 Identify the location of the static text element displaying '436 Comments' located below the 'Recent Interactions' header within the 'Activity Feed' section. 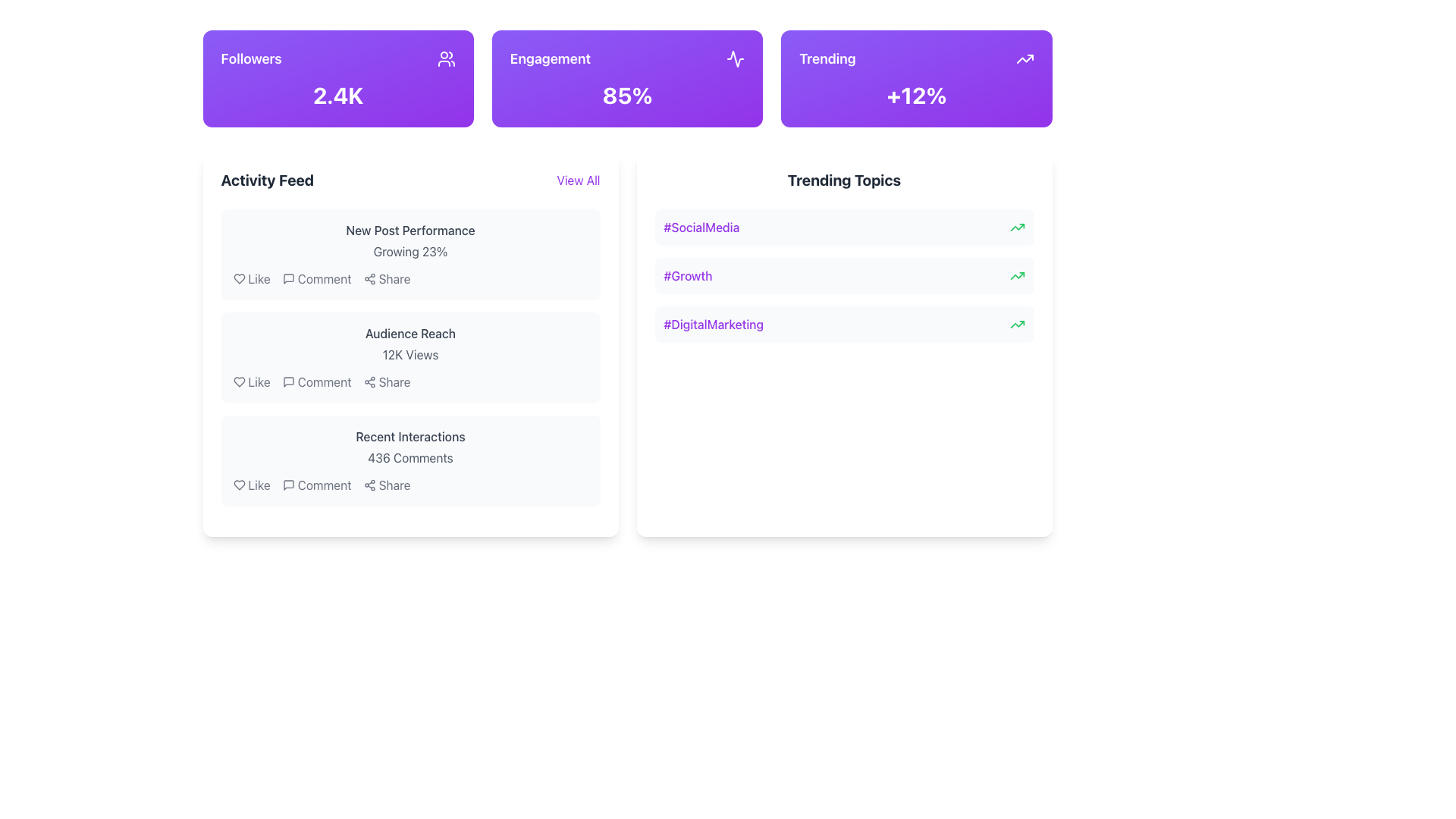
(410, 457).